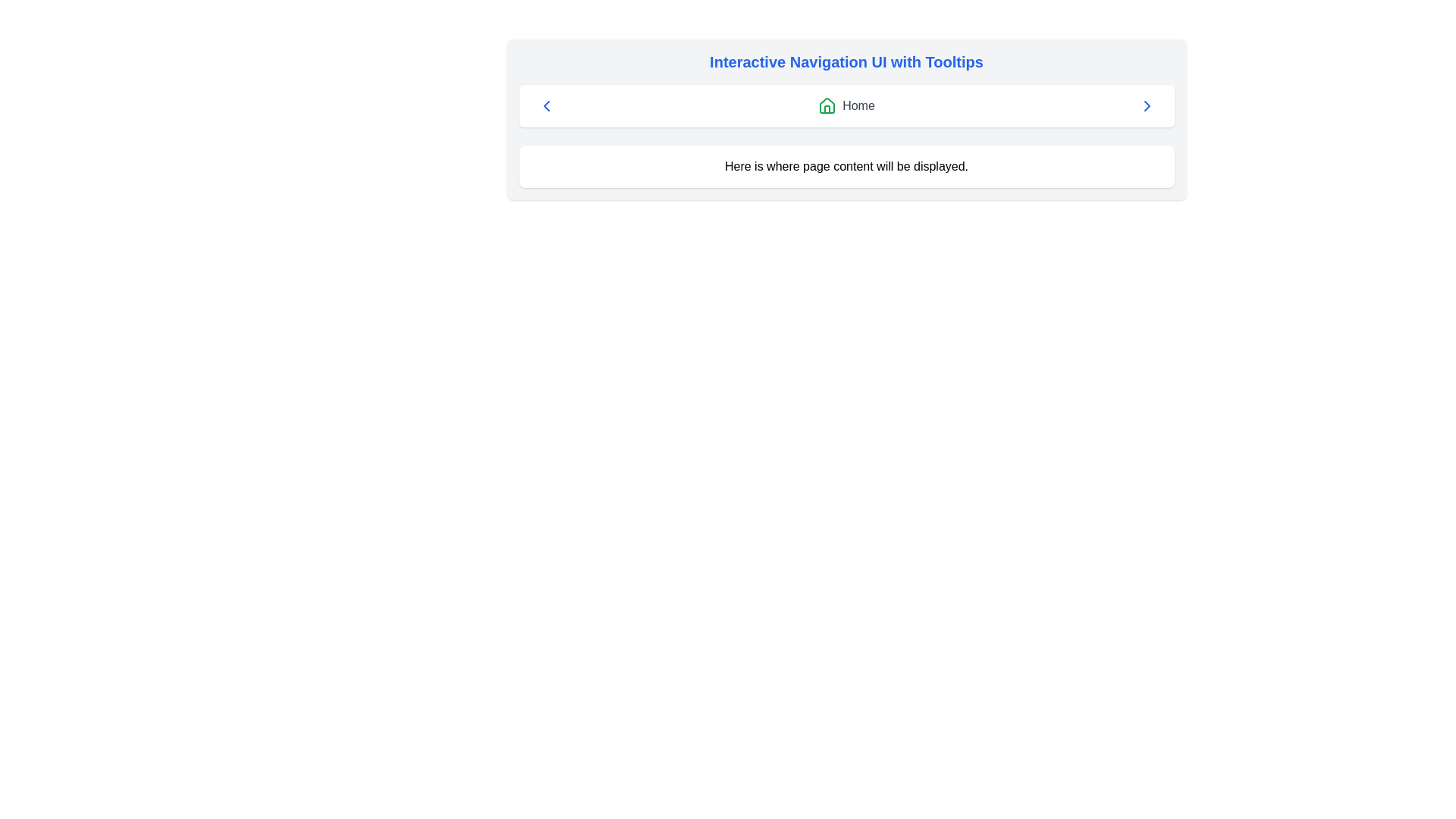 The height and width of the screenshot is (819, 1456). What do you see at coordinates (546, 105) in the screenshot?
I see `the navigational back icon located to the left of the home icon in the horizontal navigation section at the top of the interface` at bounding box center [546, 105].